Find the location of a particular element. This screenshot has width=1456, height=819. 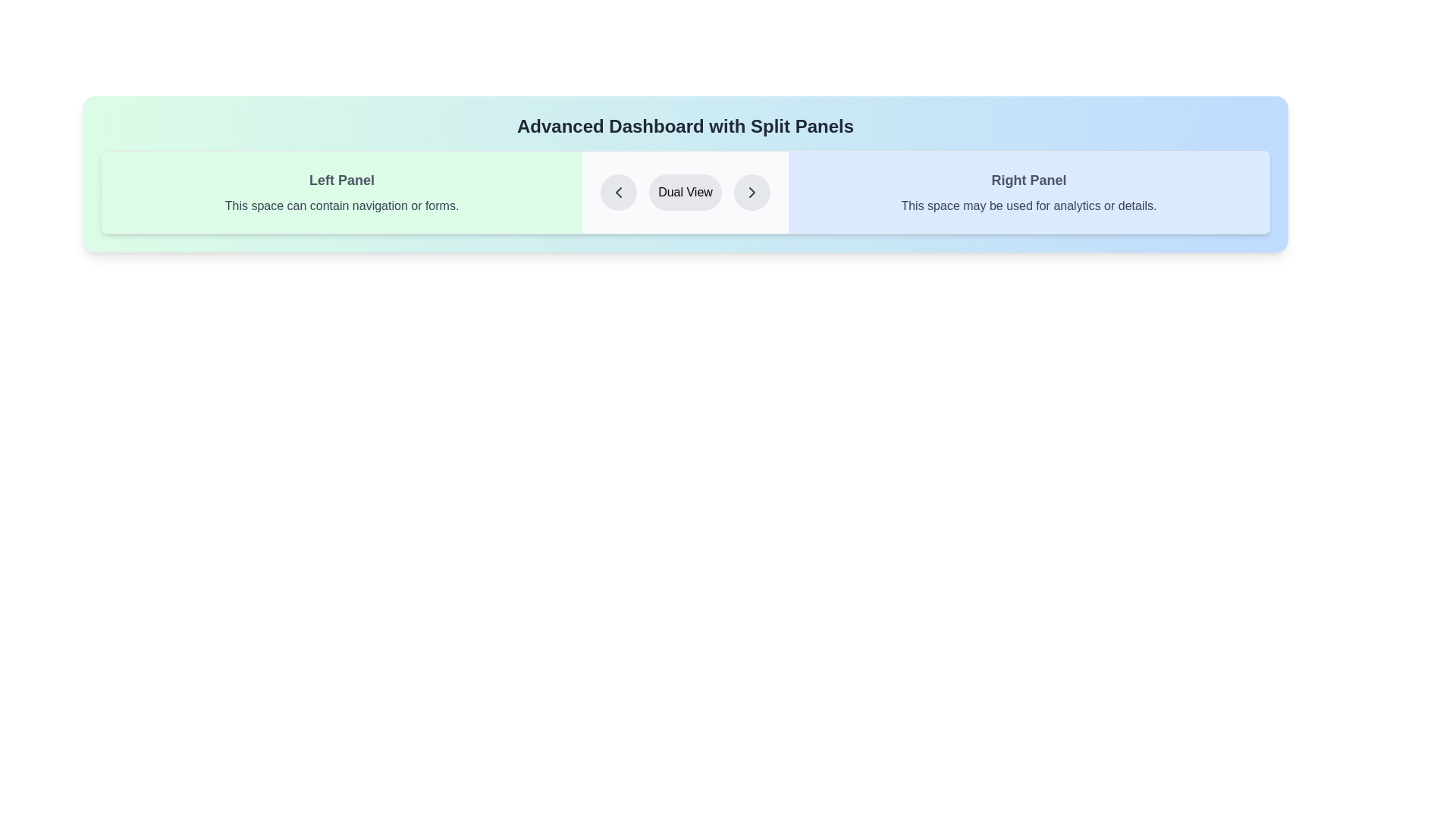

the dual-view button located at the center of the control section, between the left and right arrow buttons is located at coordinates (684, 192).